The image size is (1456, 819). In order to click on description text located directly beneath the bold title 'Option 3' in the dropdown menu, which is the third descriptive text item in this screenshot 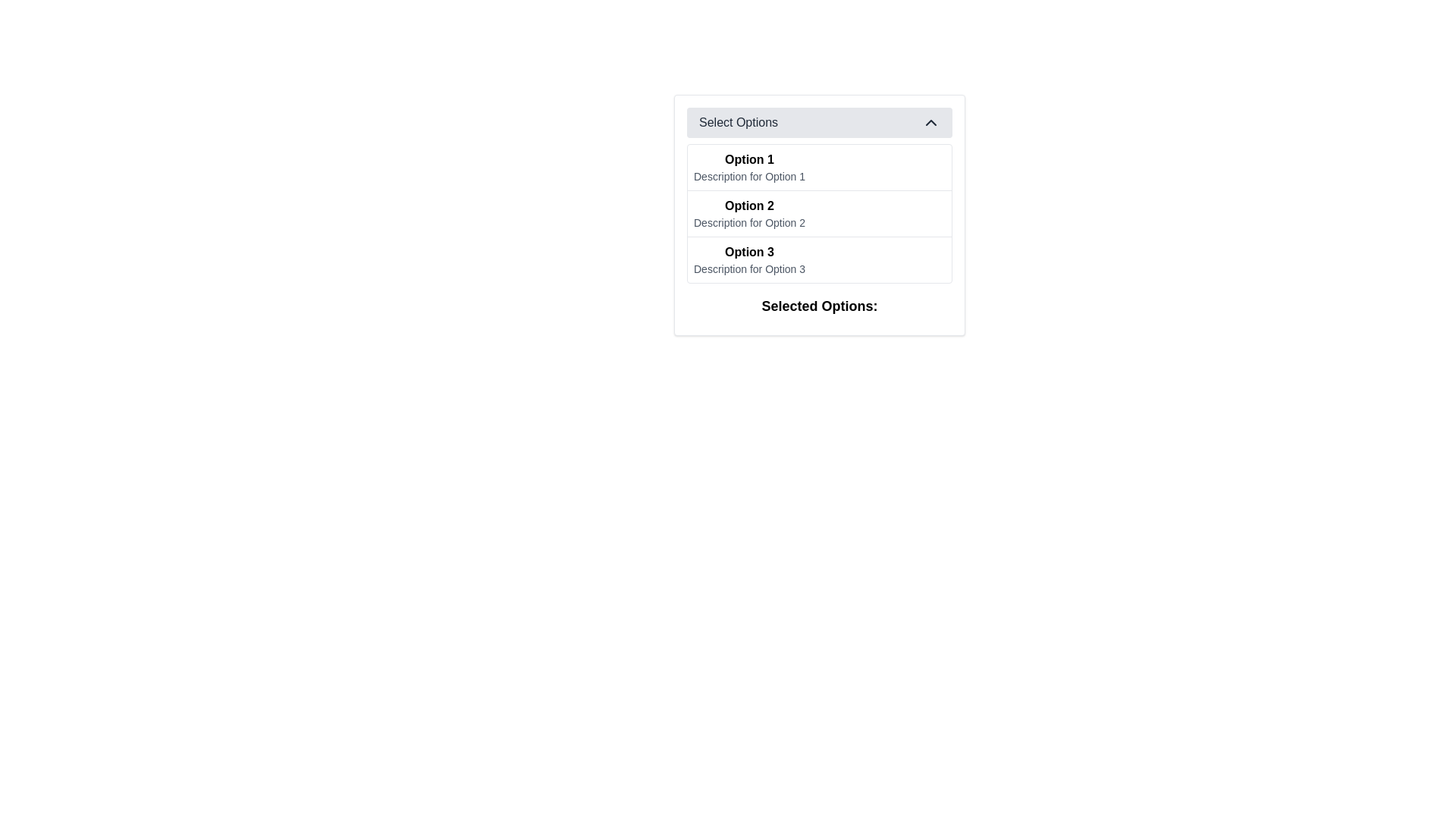, I will do `click(749, 268)`.